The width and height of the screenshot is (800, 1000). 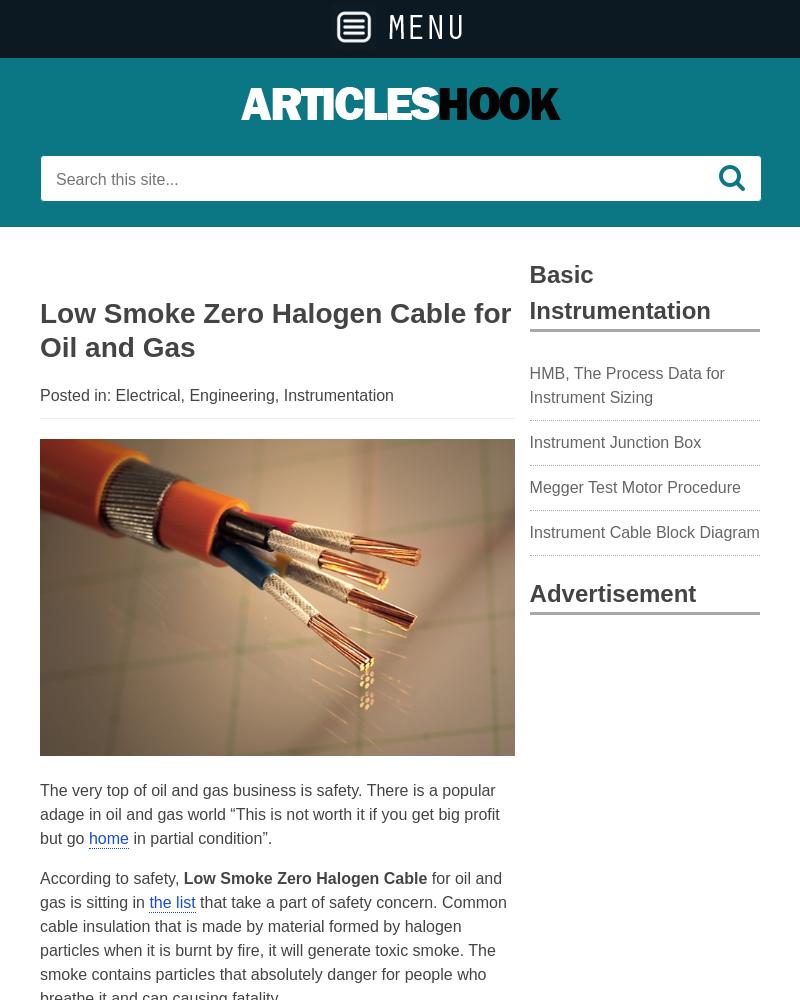 What do you see at coordinates (270, 890) in the screenshot?
I see `'for oil and gas is sitting in'` at bounding box center [270, 890].